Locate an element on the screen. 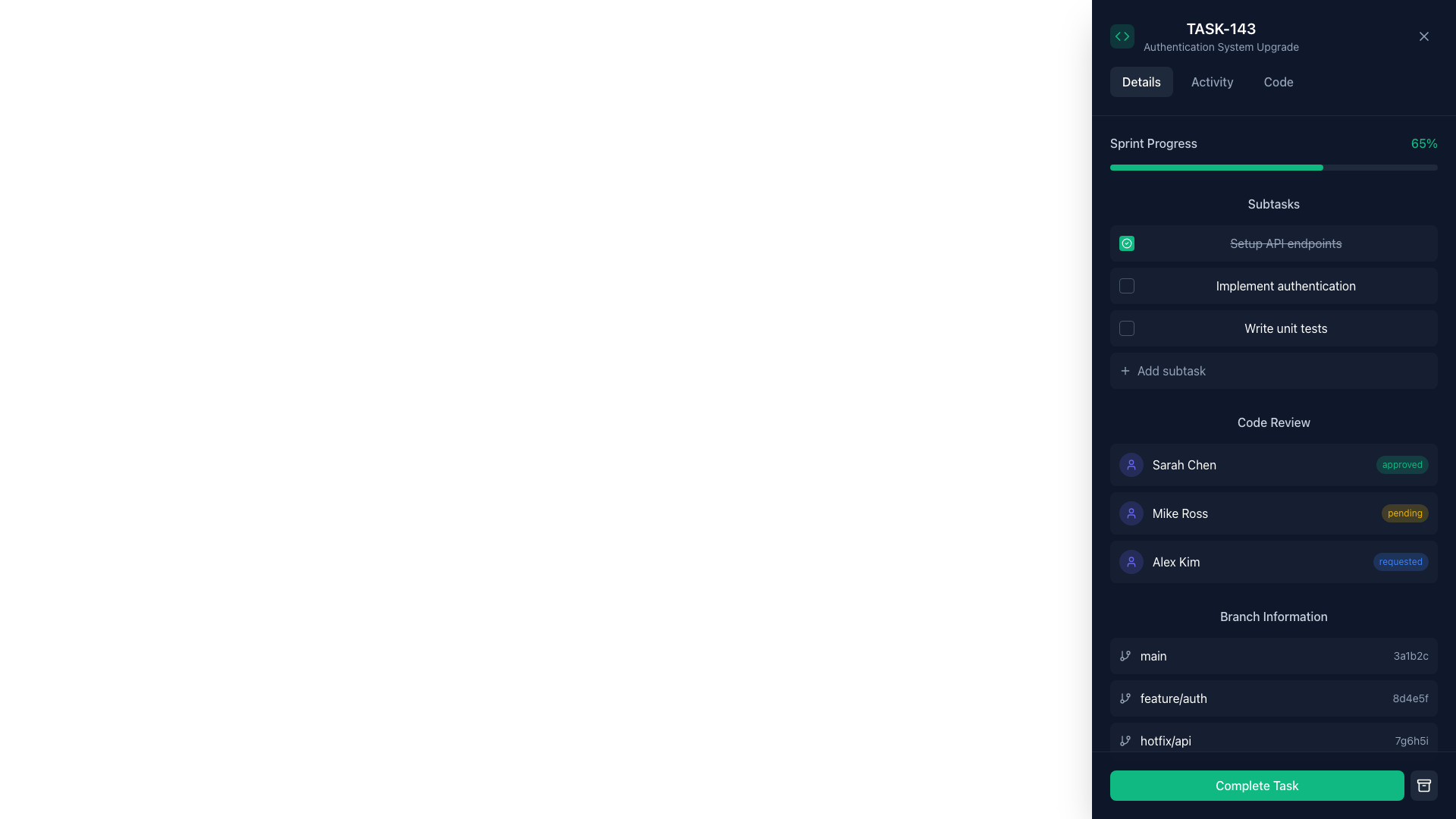  displayed identifier from the Text Label located at the end of the 'hotfix/api' row in the 'Branch Information' section is located at coordinates (1410, 739).